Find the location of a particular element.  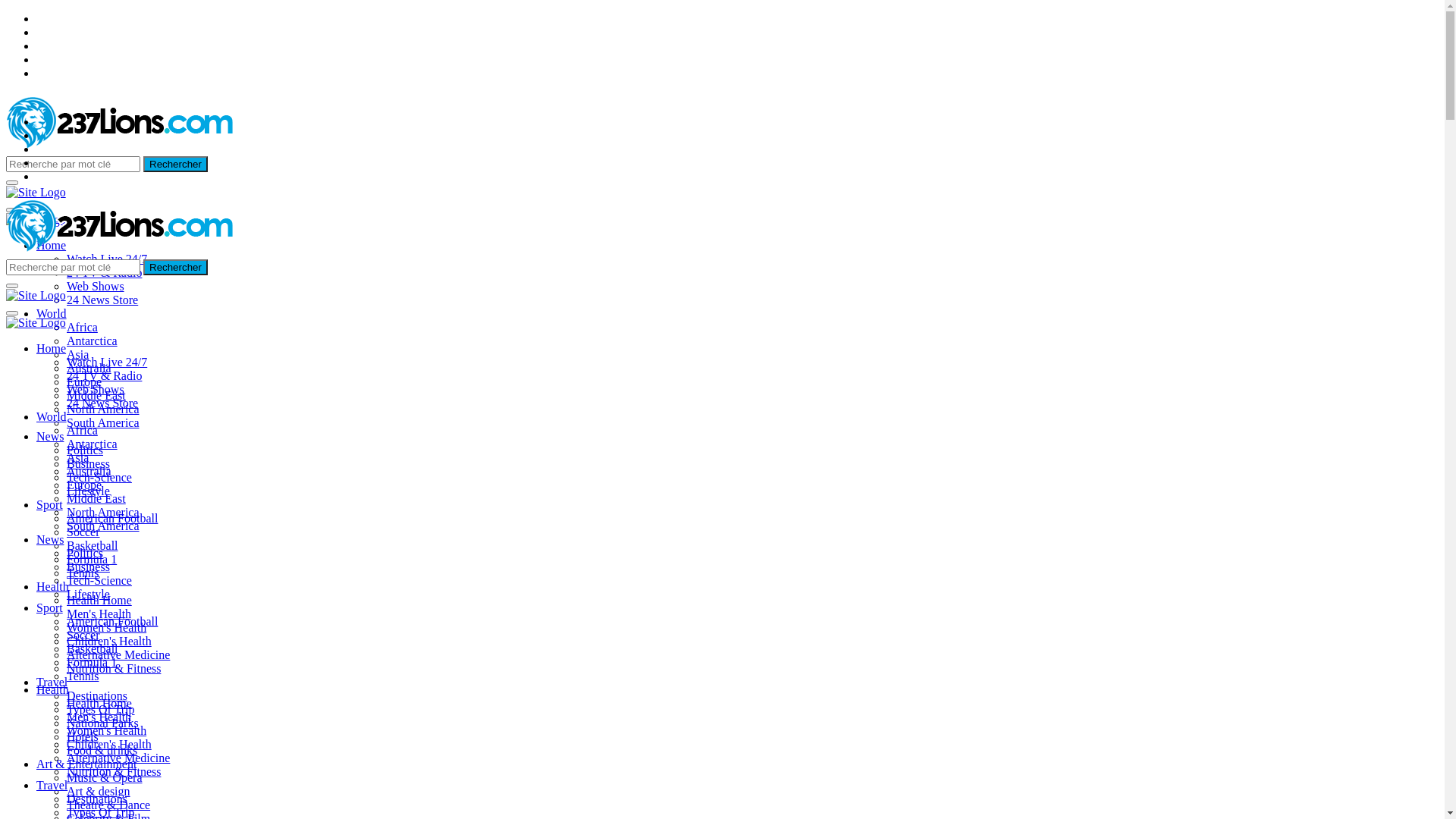

'Women's Health' is located at coordinates (105, 730).